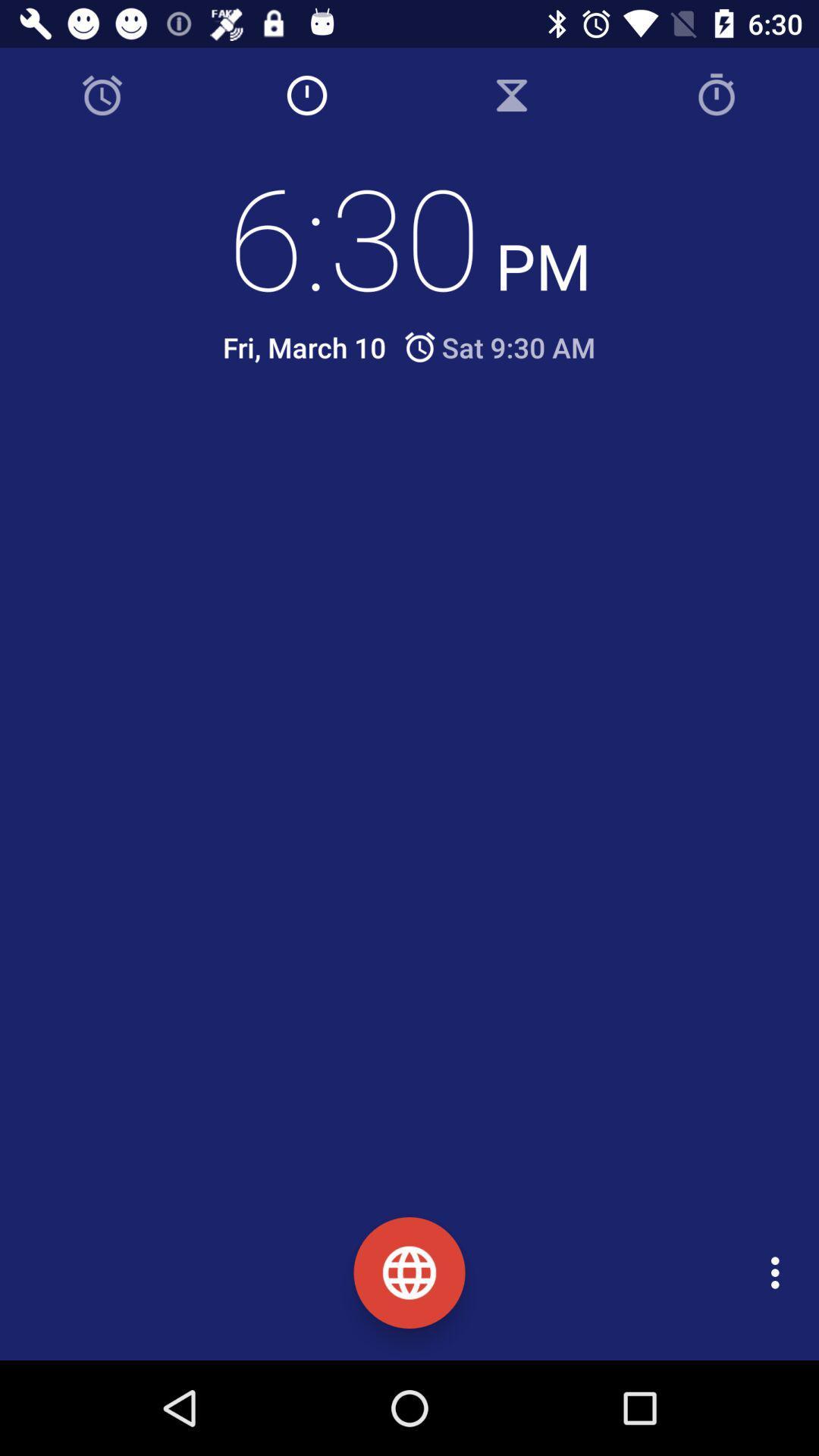  What do you see at coordinates (498, 347) in the screenshot?
I see `the item next to the fri, march 10` at bounding box center [498, 347].